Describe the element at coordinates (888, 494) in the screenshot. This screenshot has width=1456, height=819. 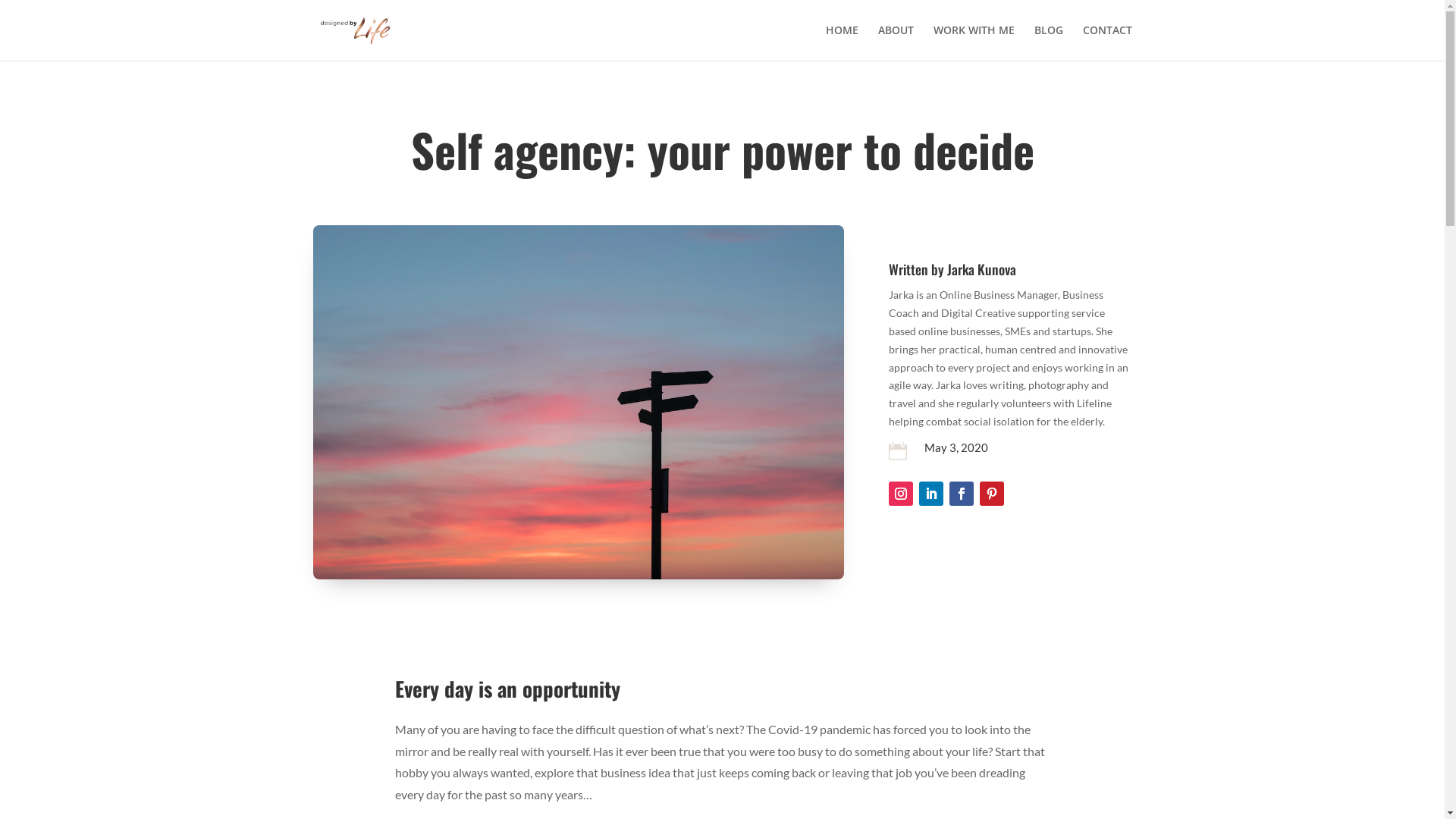
I see `'Follow on Instagram'` at that location.